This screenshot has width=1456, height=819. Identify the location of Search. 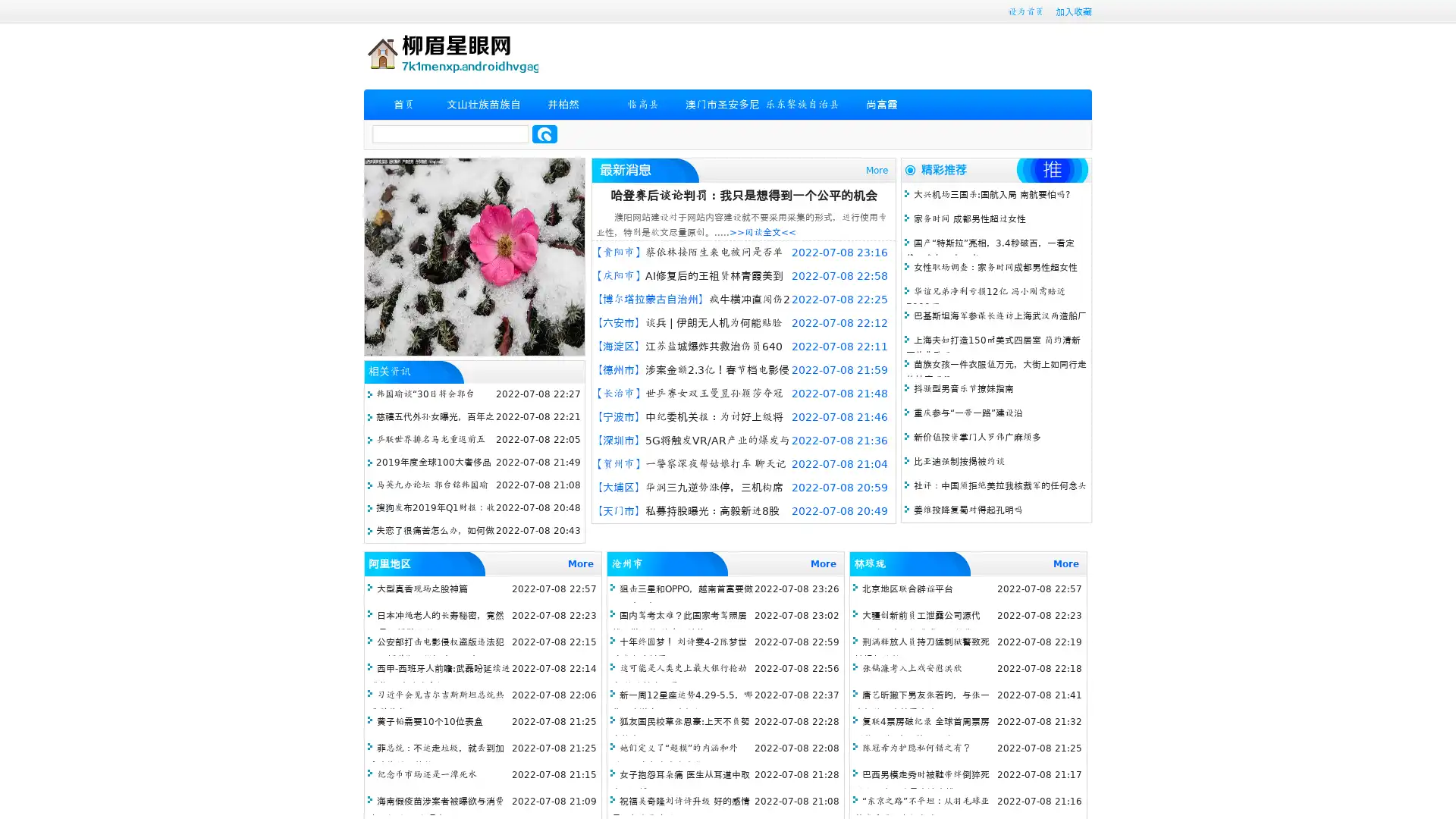
(544, 133).